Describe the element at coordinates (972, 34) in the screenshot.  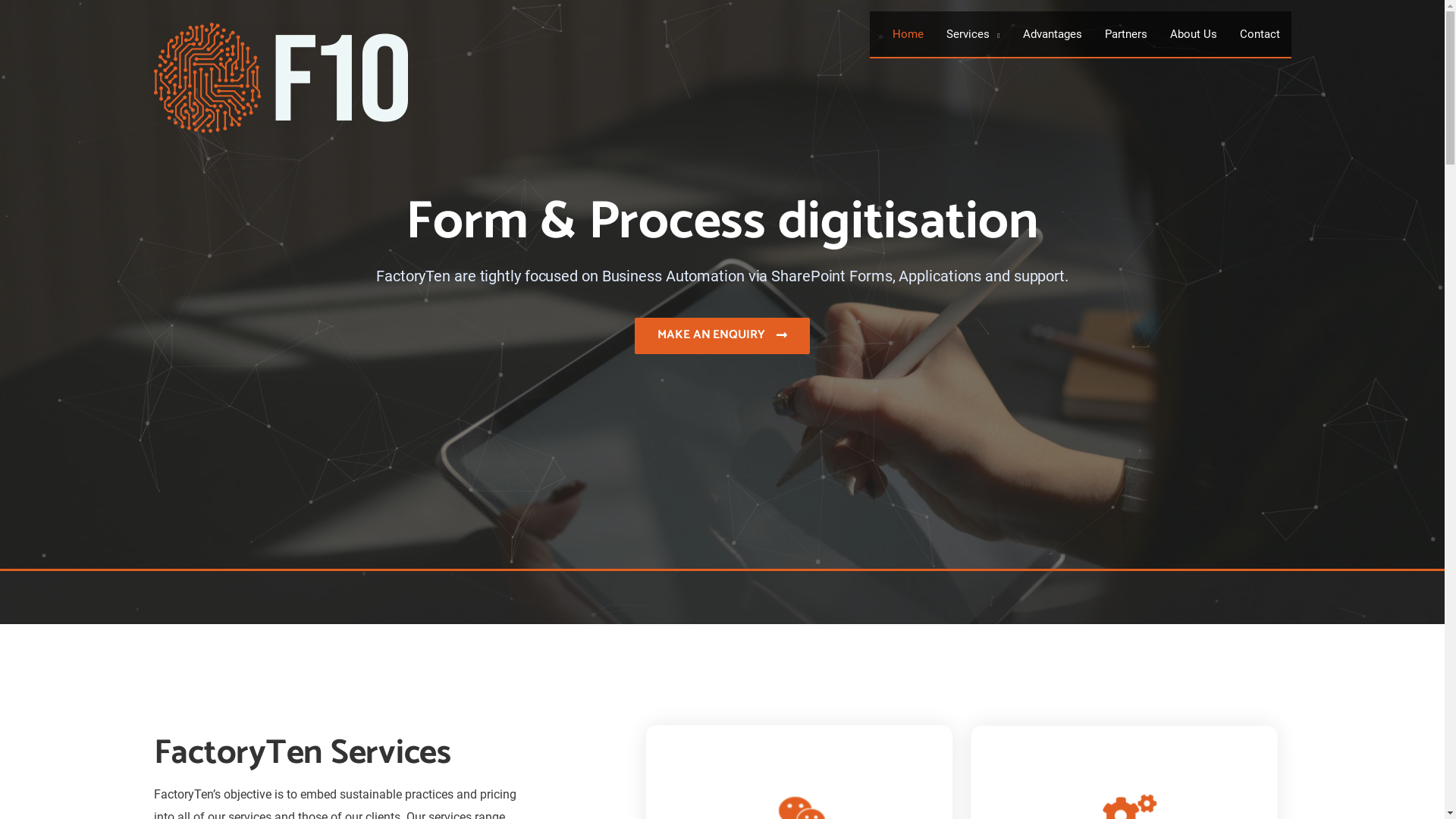
I see `'Services'` at that location.